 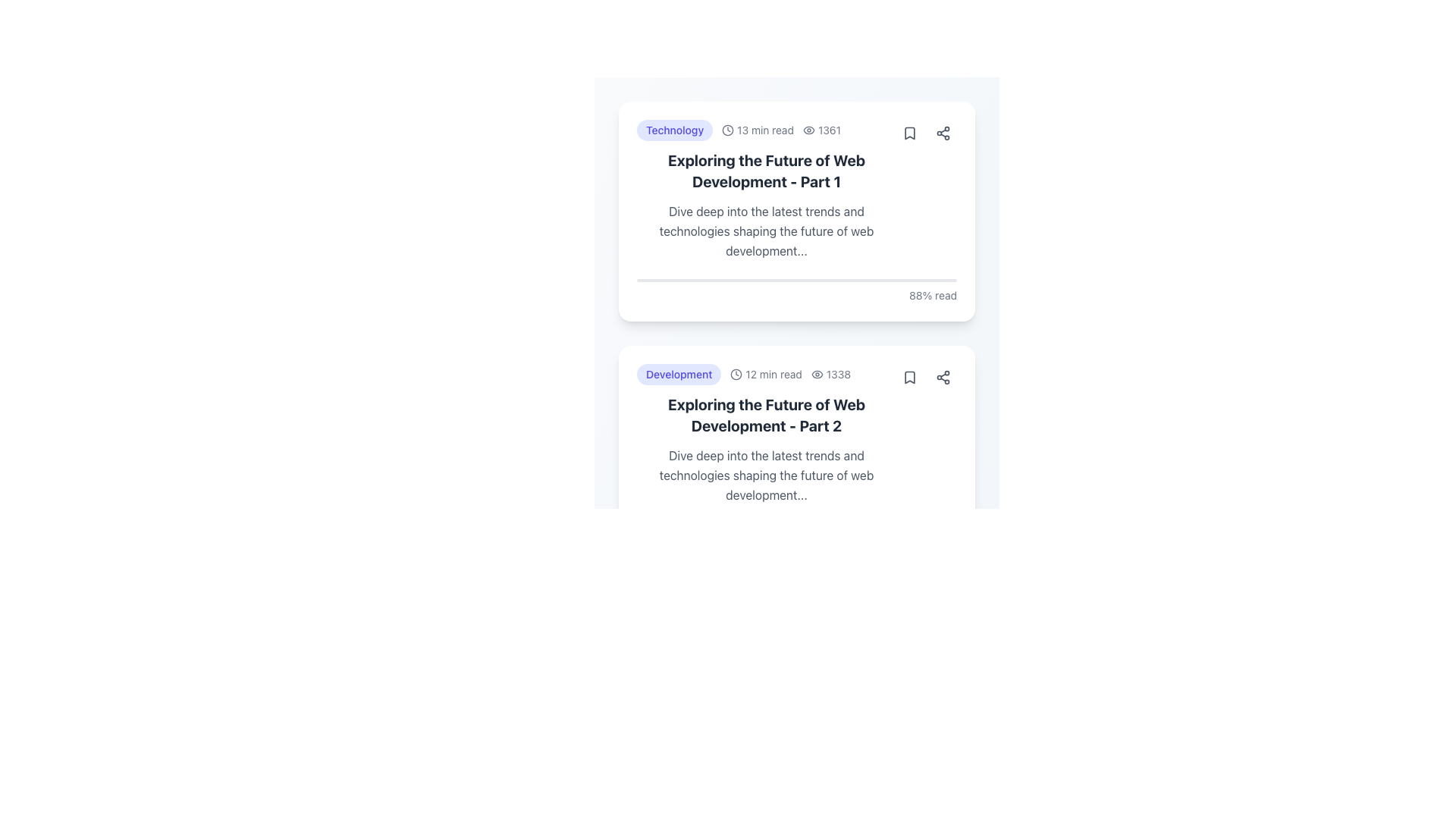 I want to click on the share button located in the top-right corner of the card, which is the second button in a horizontal group next to a bookmark icon, so click(x=942, y=133).